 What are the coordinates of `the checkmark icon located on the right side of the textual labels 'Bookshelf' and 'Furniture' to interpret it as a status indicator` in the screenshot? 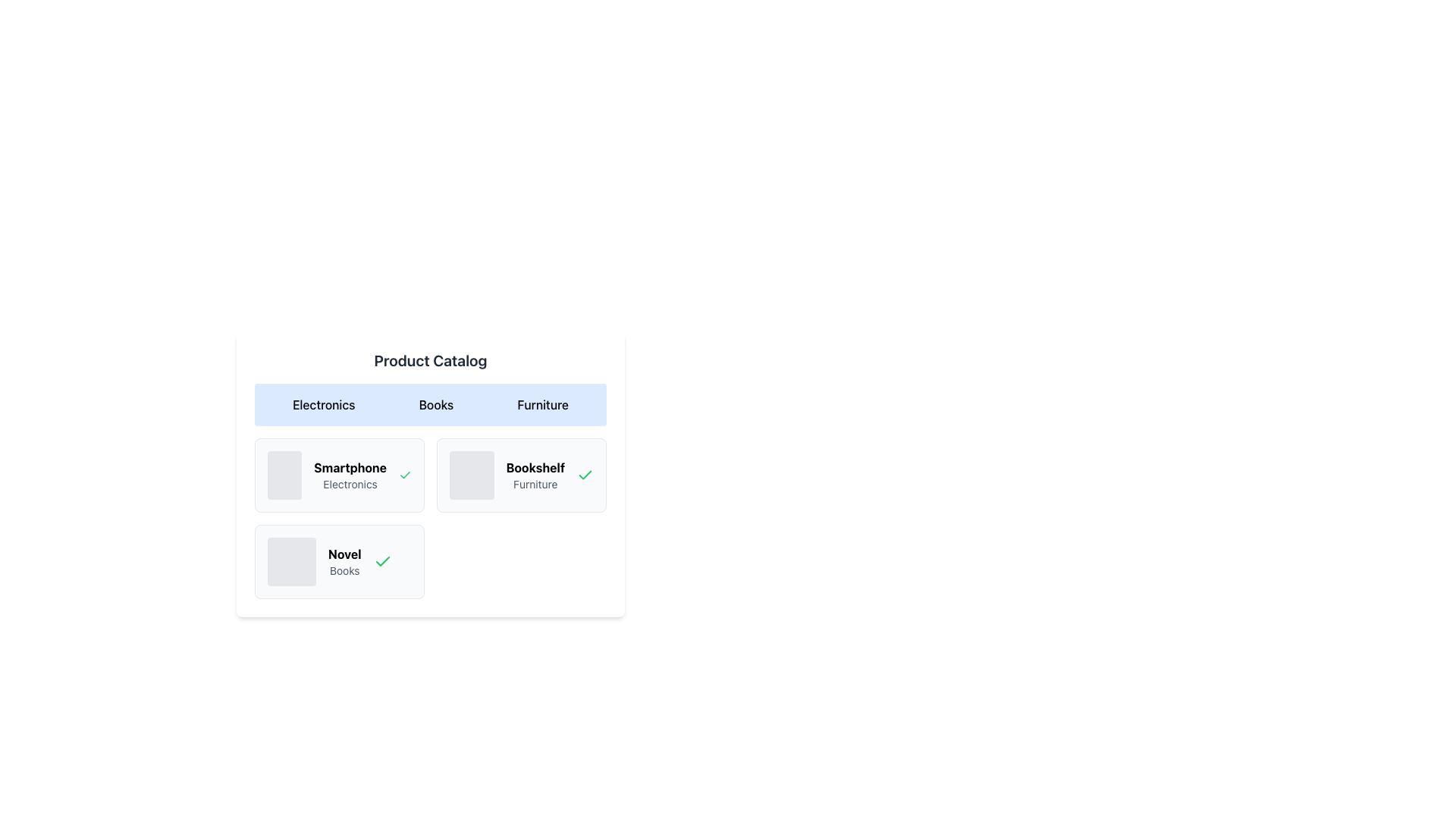 It's located at (585, 475).